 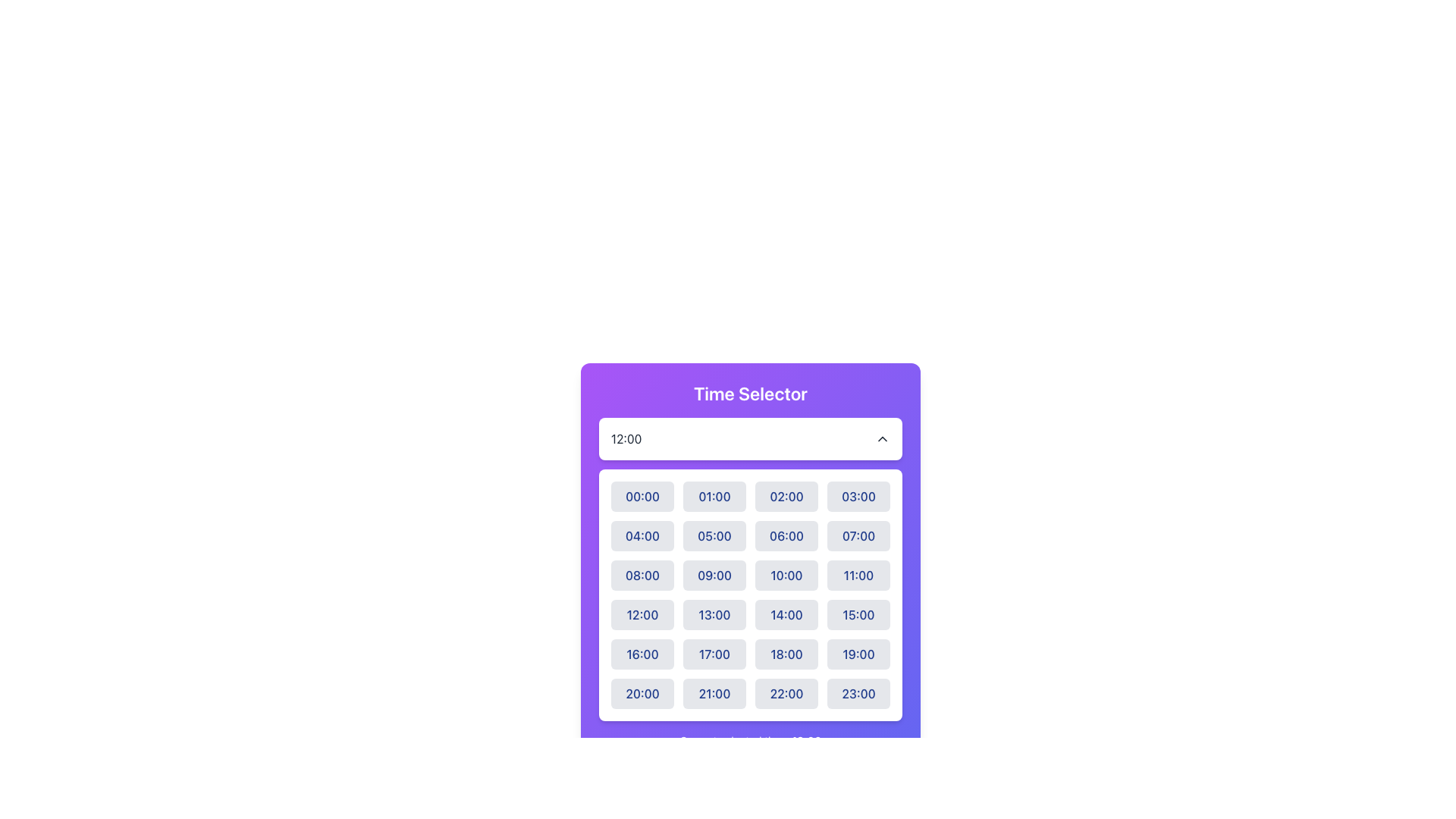 I want to click on the dropdown menu displaying '12:00', so click(x=750, y=438).